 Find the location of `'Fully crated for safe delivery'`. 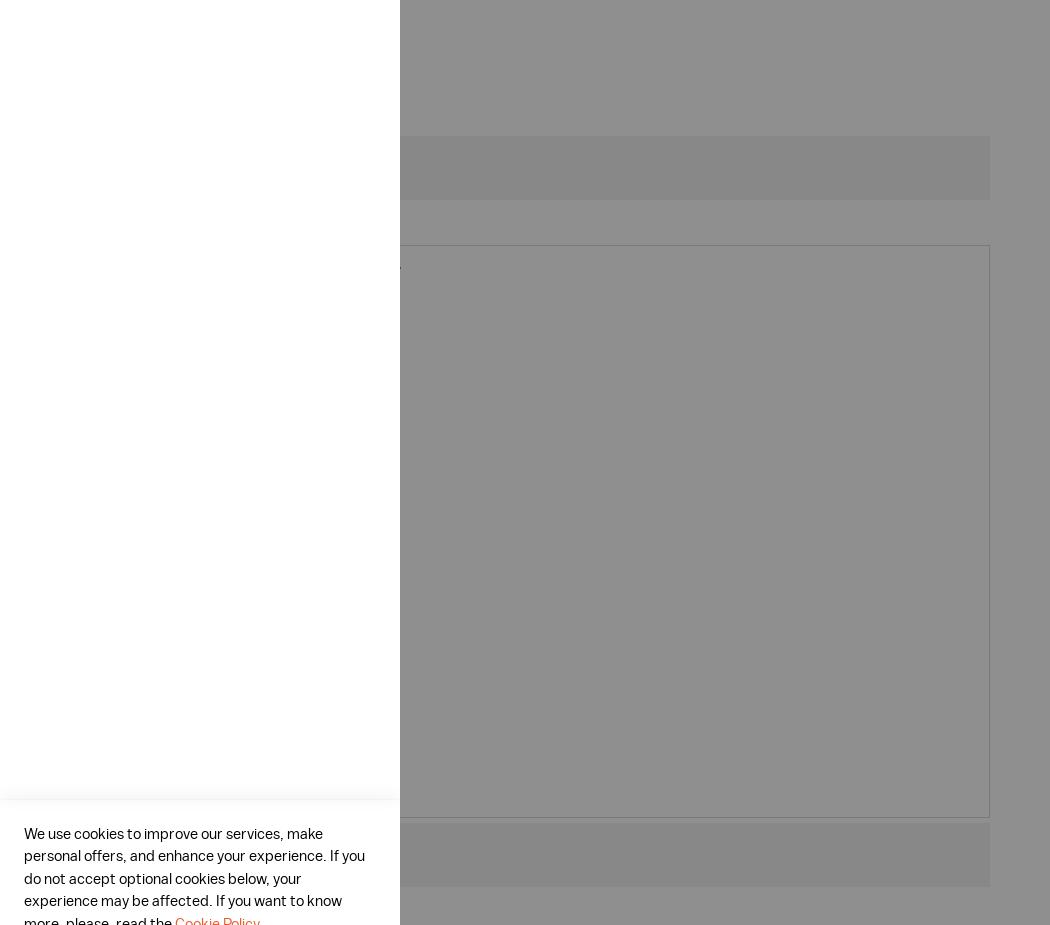

'Fully crated for safe delivery' is located at coordinates (197, 744).